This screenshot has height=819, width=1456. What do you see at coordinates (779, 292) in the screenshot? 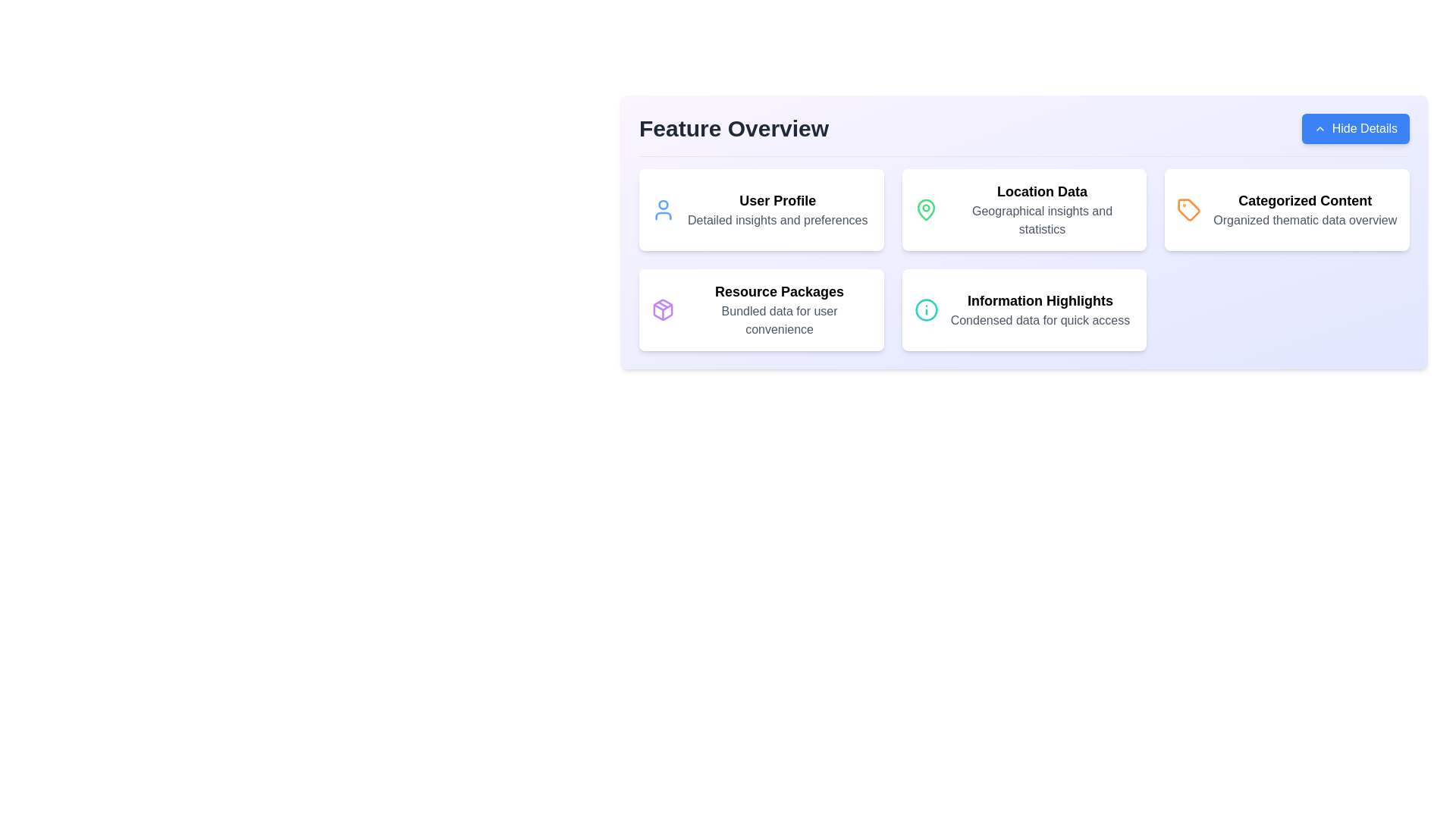
I see `the text label displaying 'Resource Packages' which is centrally positioned in a light purple box, located in the second row, first column of the grid in the 'Feature Overview' section` at bounding box center [779, 292].